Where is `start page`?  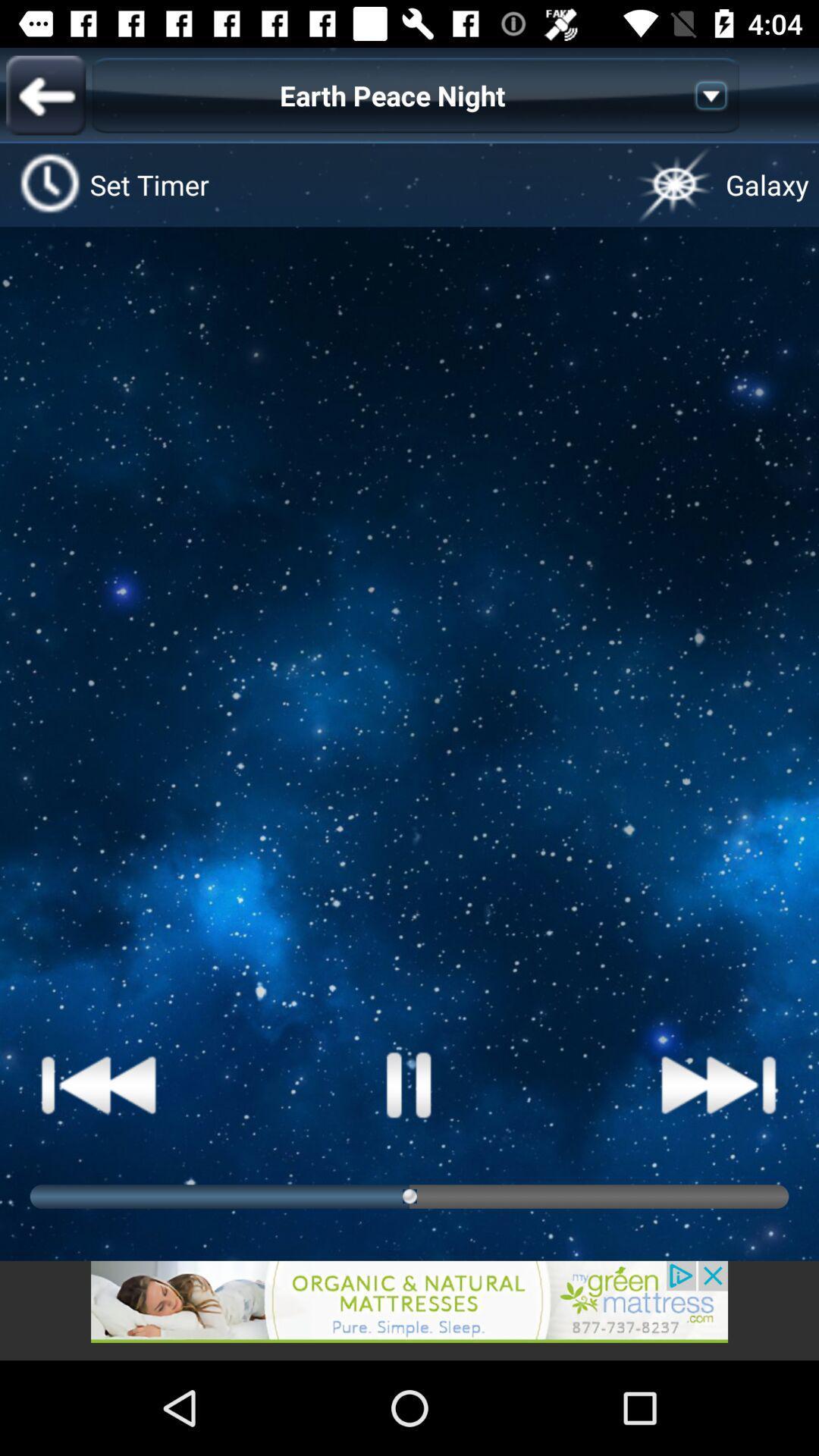
start page is located at coordinates (409, 1084).